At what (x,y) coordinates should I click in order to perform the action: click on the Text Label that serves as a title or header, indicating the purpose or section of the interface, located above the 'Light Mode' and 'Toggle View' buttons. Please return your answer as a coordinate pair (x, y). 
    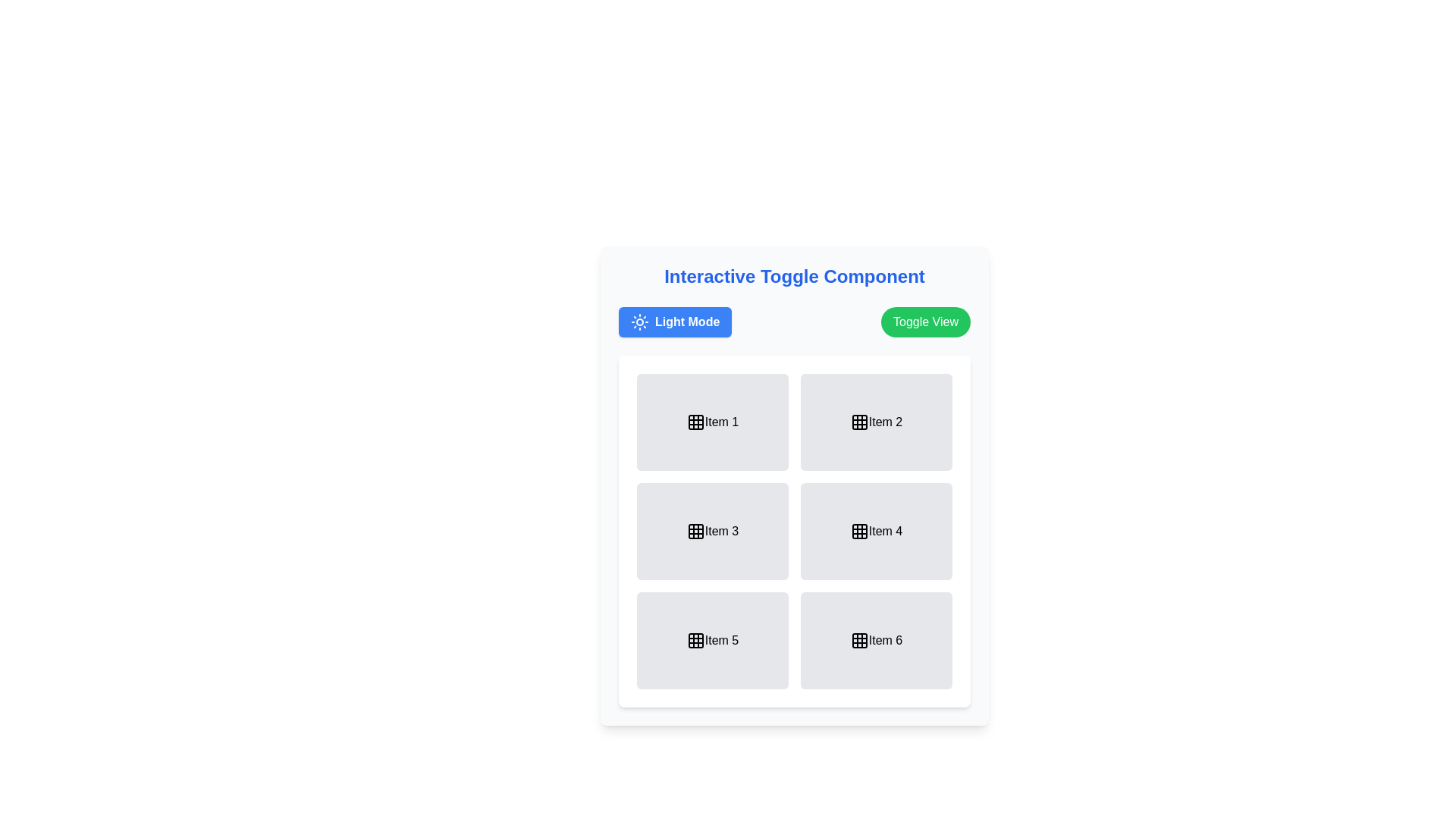
    Looking at the image, I should click on (793, 277).